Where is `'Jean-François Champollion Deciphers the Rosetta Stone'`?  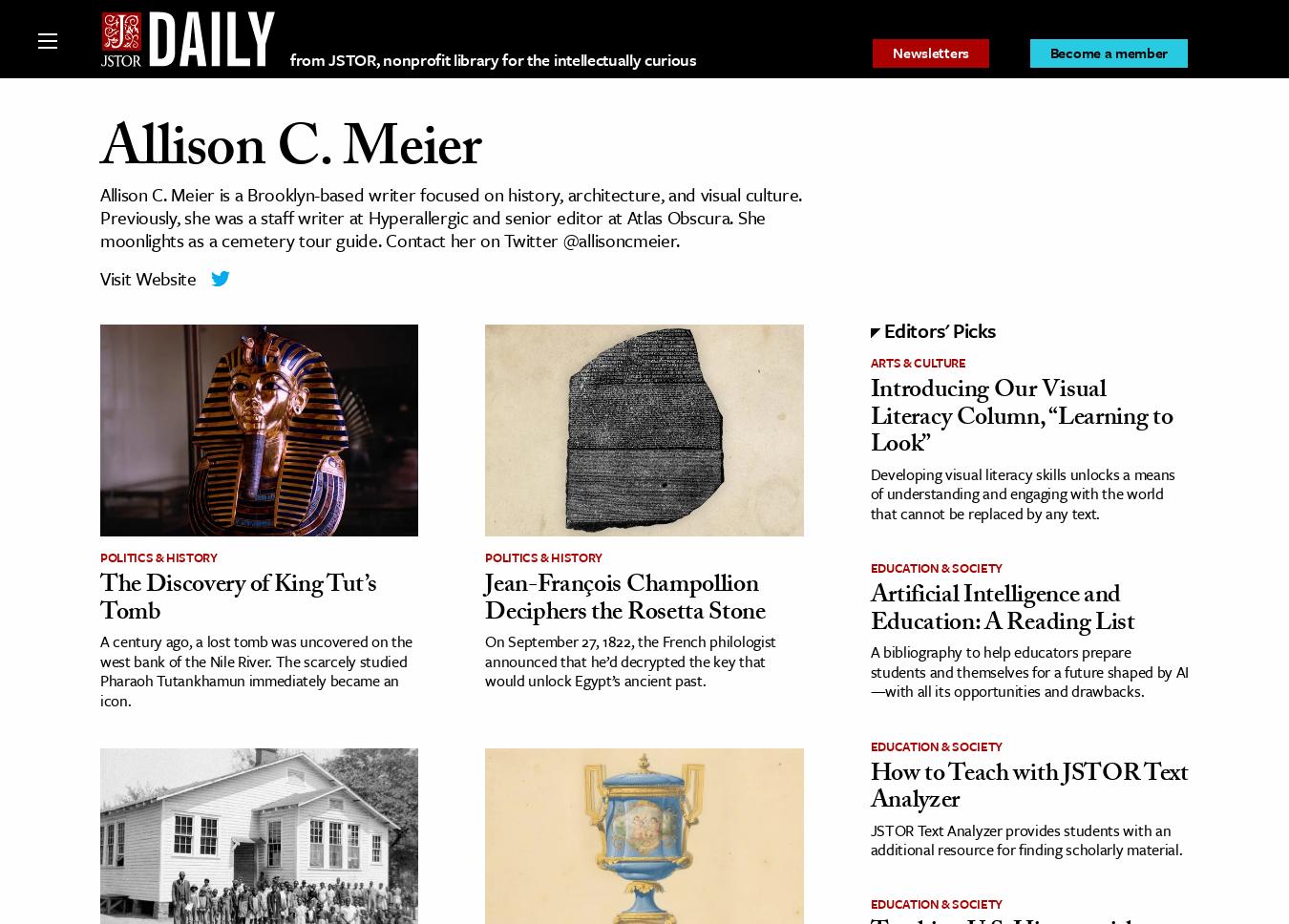
'Jean-François Champollion Deciphers the Rosetta Stone' is located at coordinates (624, 599).